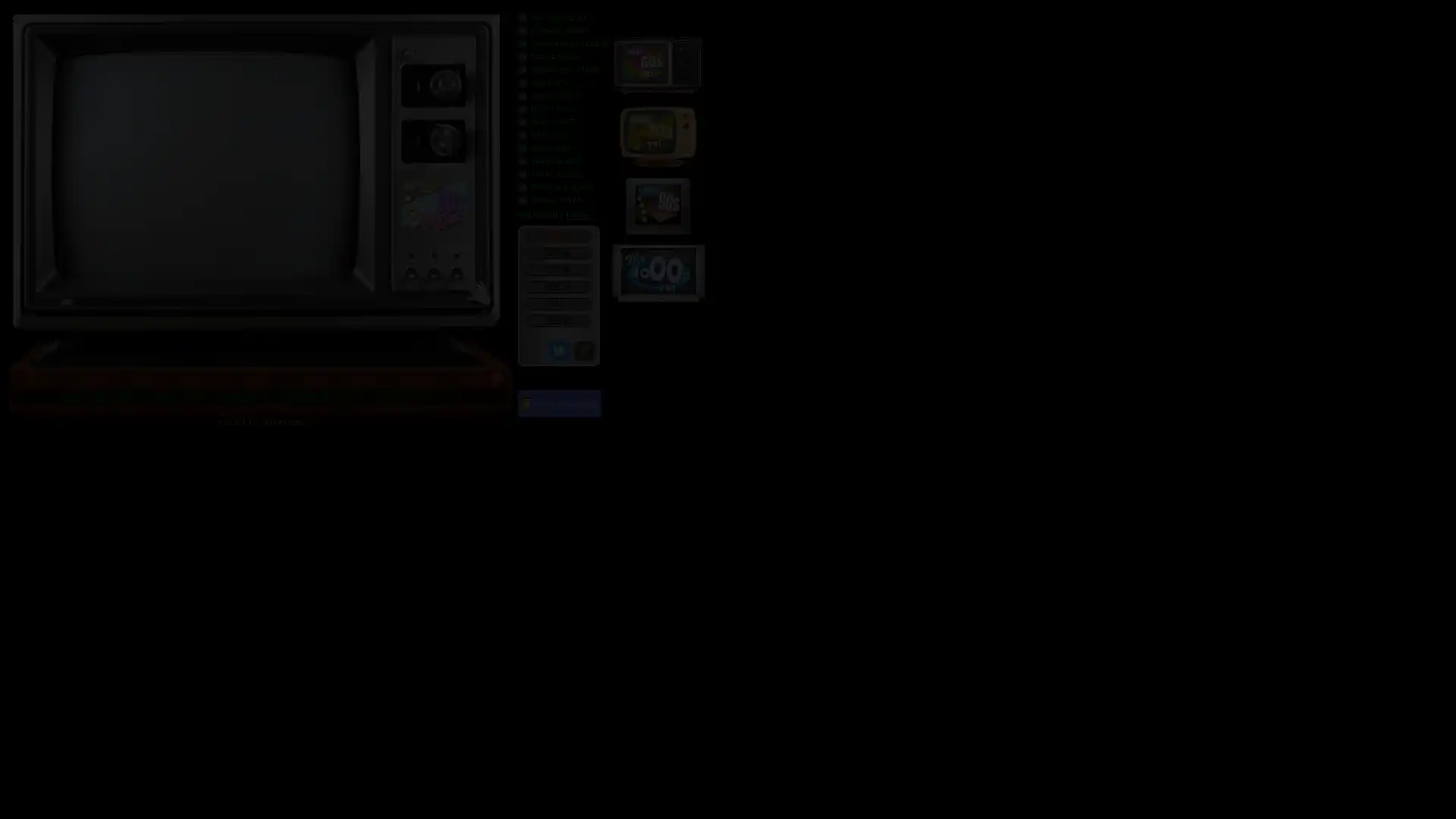  What do you see at coordinates (557, 287) in the screenshot?
I see `VOL +` at bounding box center [557, 287].